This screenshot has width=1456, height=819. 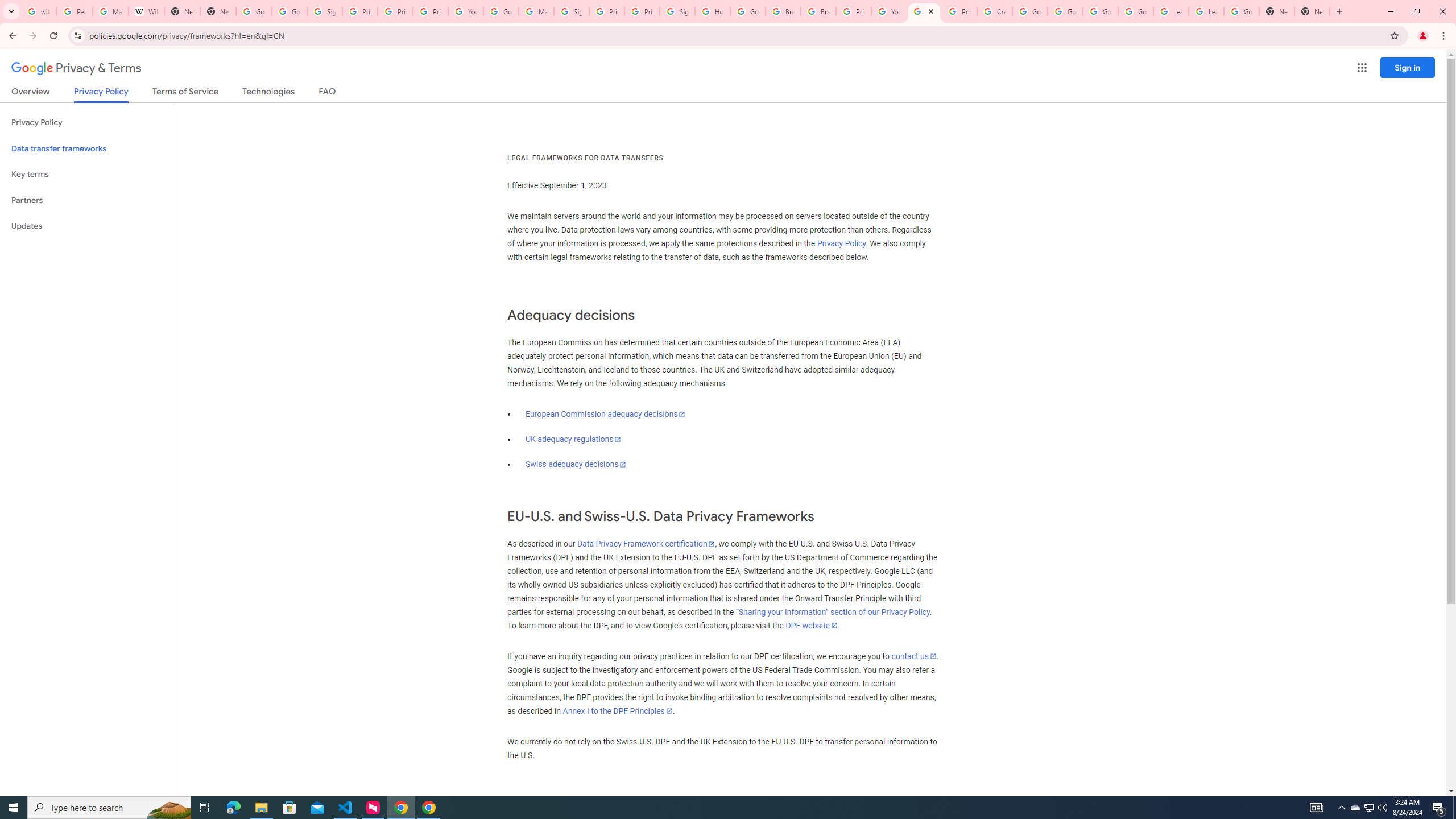 What do you see at coordinates (86, 200) in the screenshot?
I see `'Partners'` at bounding box center [86, 200].